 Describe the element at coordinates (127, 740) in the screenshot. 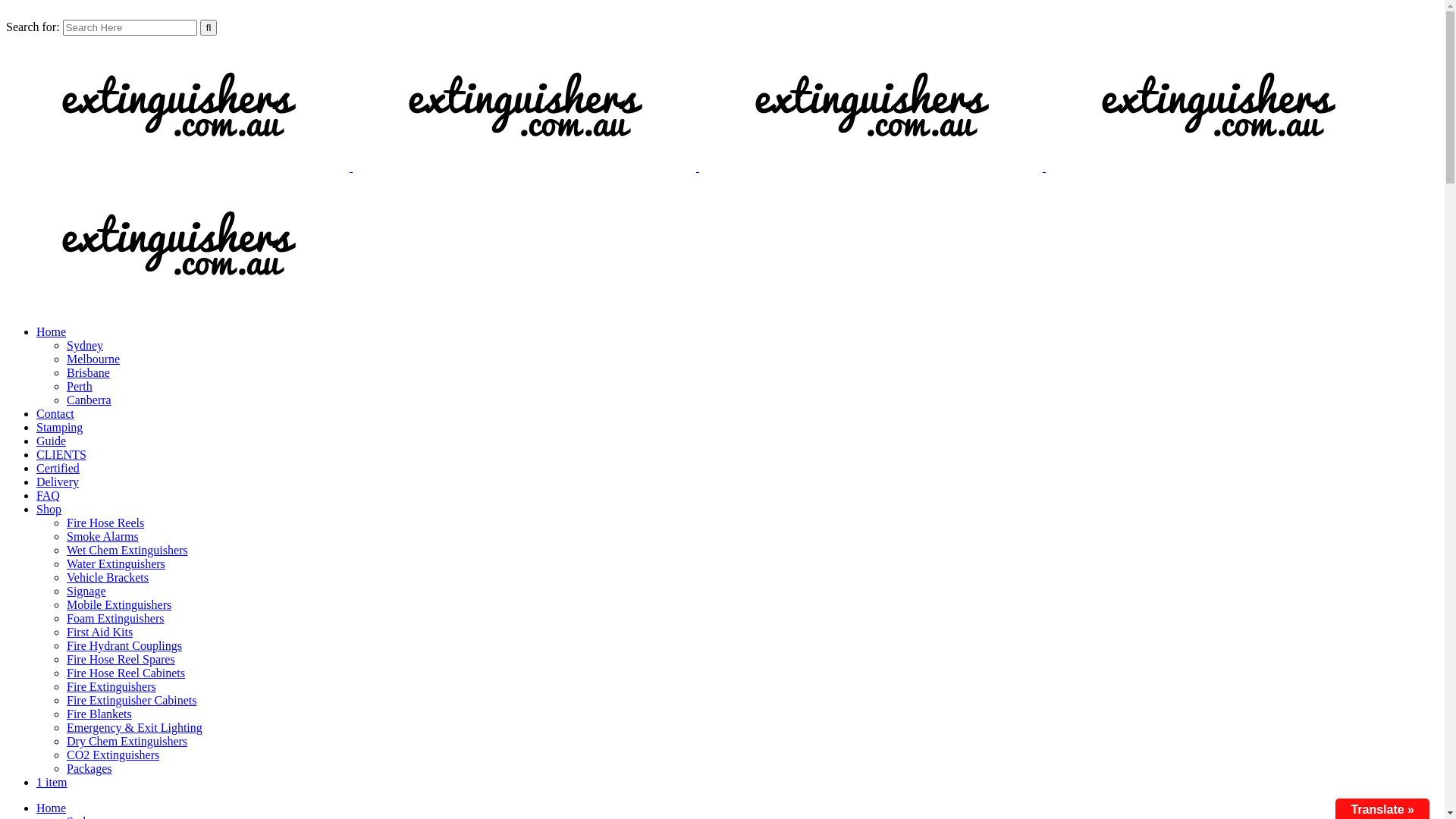

I see `'Dry Chem Extinguishers'` at that location.